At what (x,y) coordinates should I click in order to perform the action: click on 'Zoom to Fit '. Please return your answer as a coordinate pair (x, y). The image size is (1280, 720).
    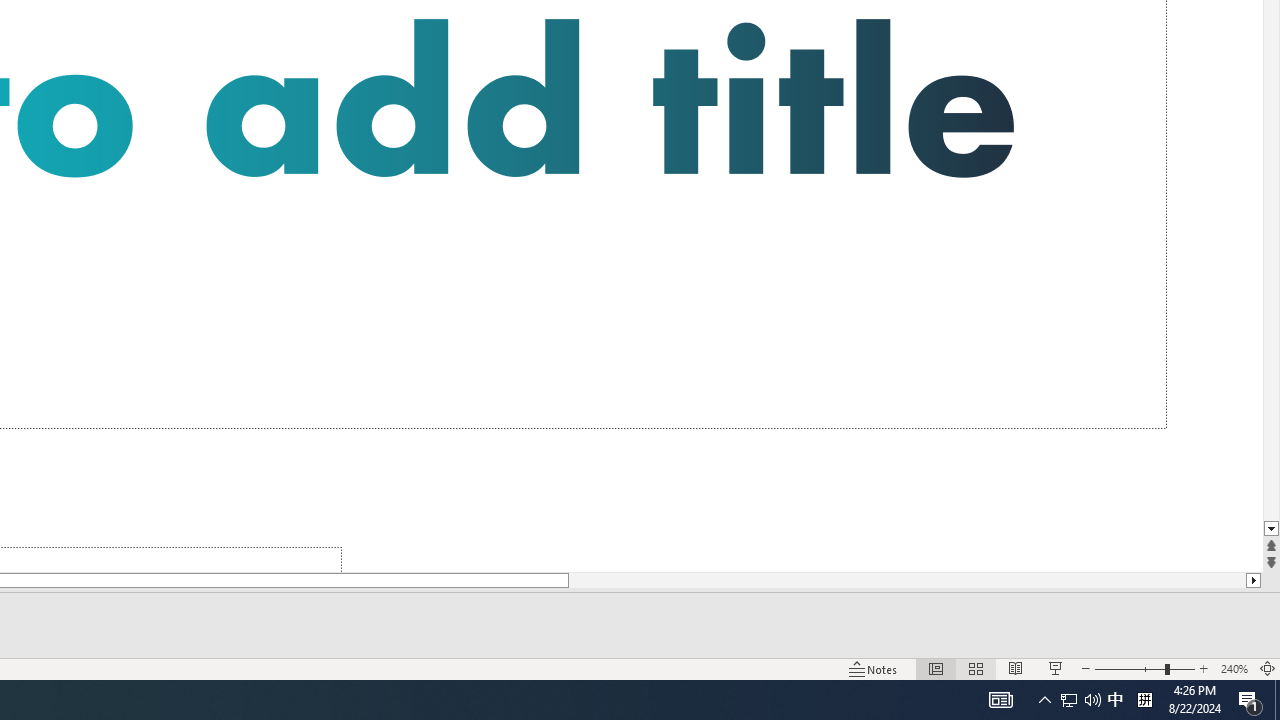
    Looking at the image, I should click on (1266, 669).